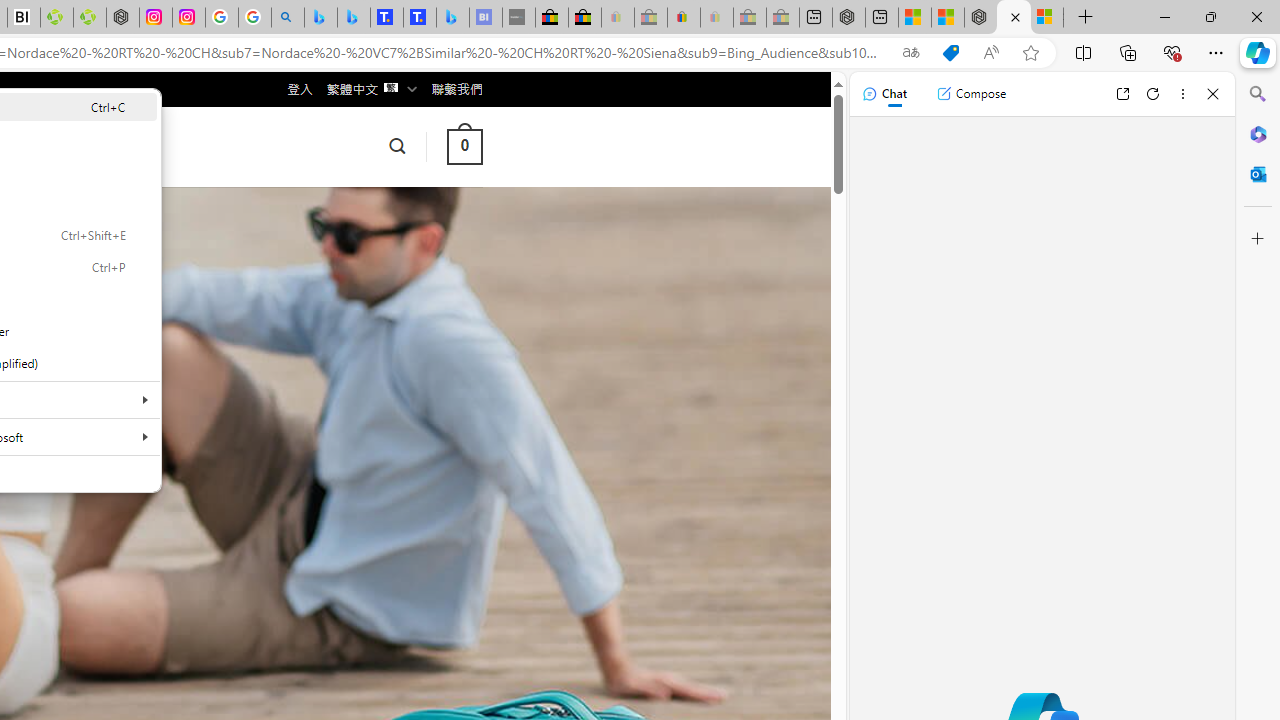 Image resolution: width=1280 pixels, height=720 pixels. I want to click on 'Compose', so click(971, 93).